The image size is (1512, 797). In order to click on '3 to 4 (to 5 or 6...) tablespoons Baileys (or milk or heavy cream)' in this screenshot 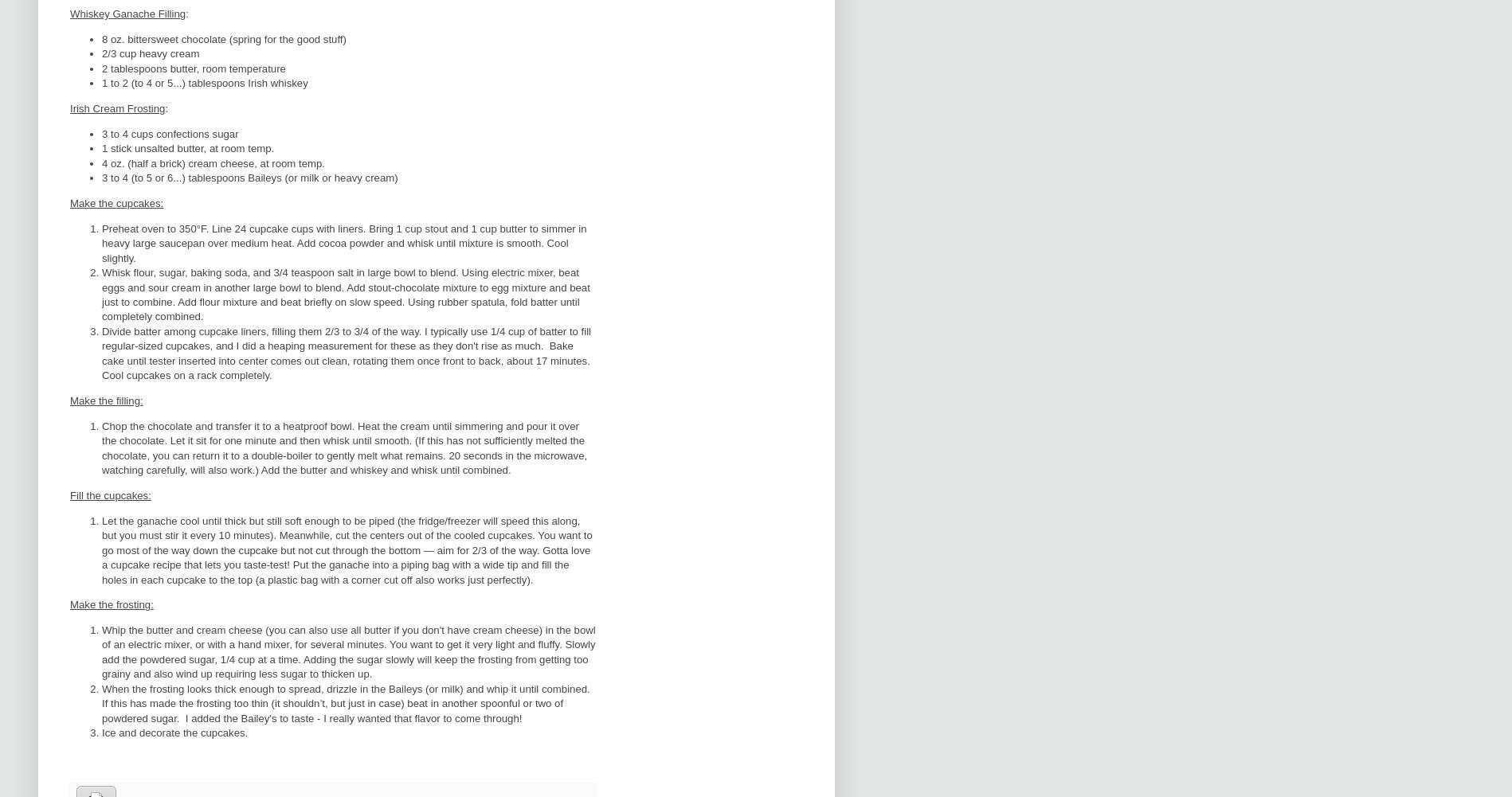, I will do `click(249, 177)`.